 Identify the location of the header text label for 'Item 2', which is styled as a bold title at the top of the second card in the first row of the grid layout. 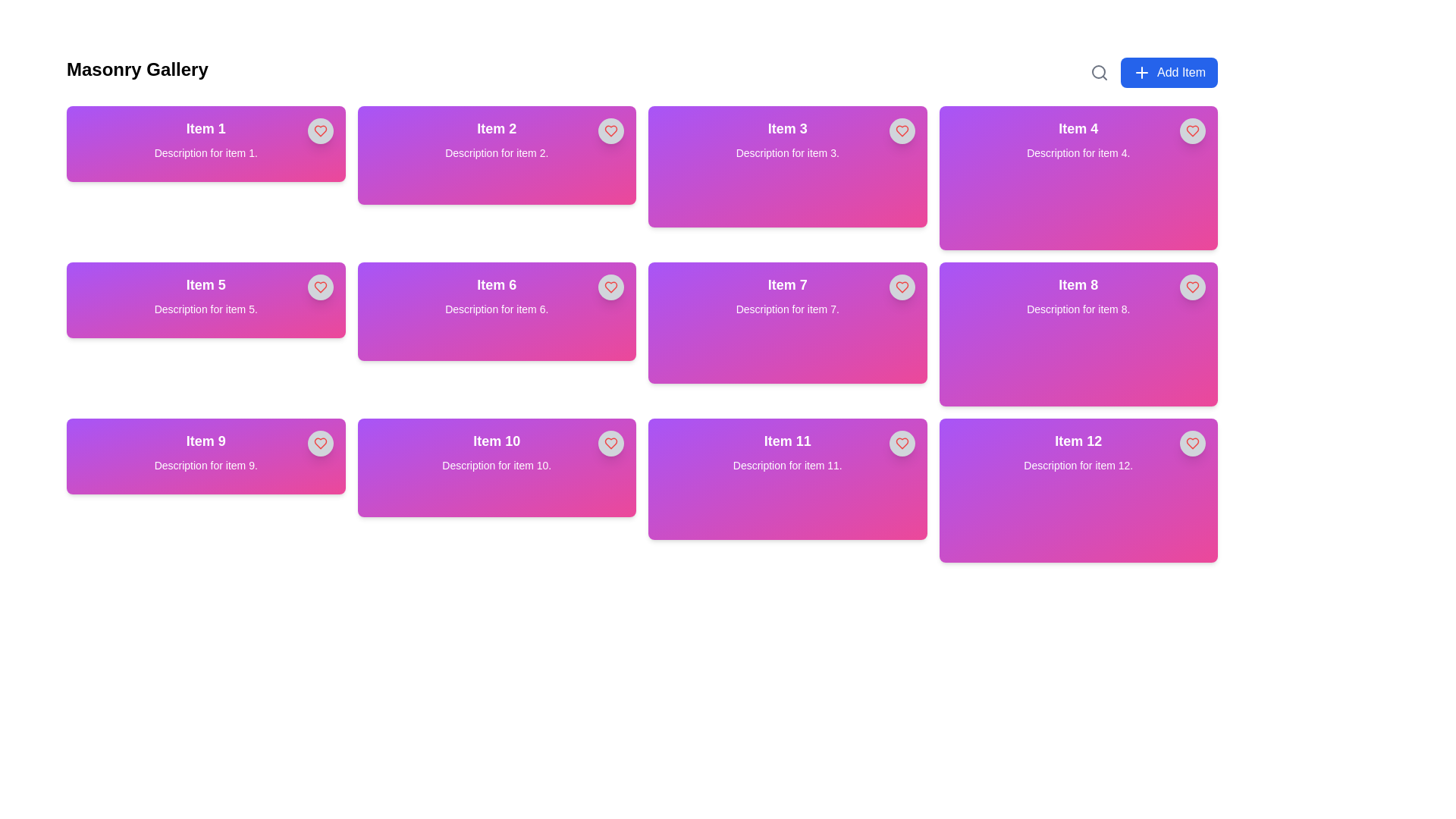
(497, 127).